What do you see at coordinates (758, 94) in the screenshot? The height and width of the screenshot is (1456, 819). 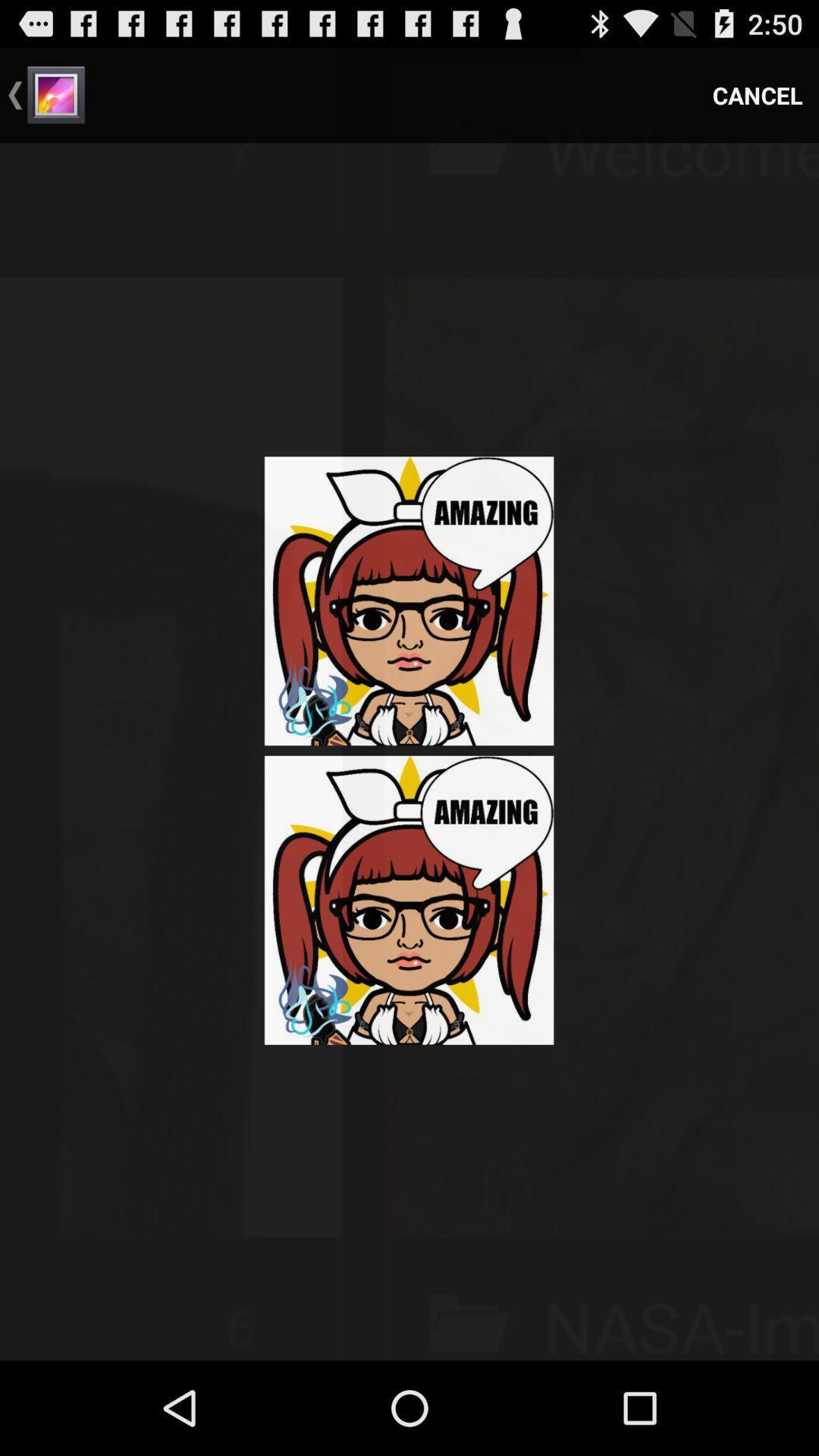 I see `the cancel icon` at bounding box center [758, 94].